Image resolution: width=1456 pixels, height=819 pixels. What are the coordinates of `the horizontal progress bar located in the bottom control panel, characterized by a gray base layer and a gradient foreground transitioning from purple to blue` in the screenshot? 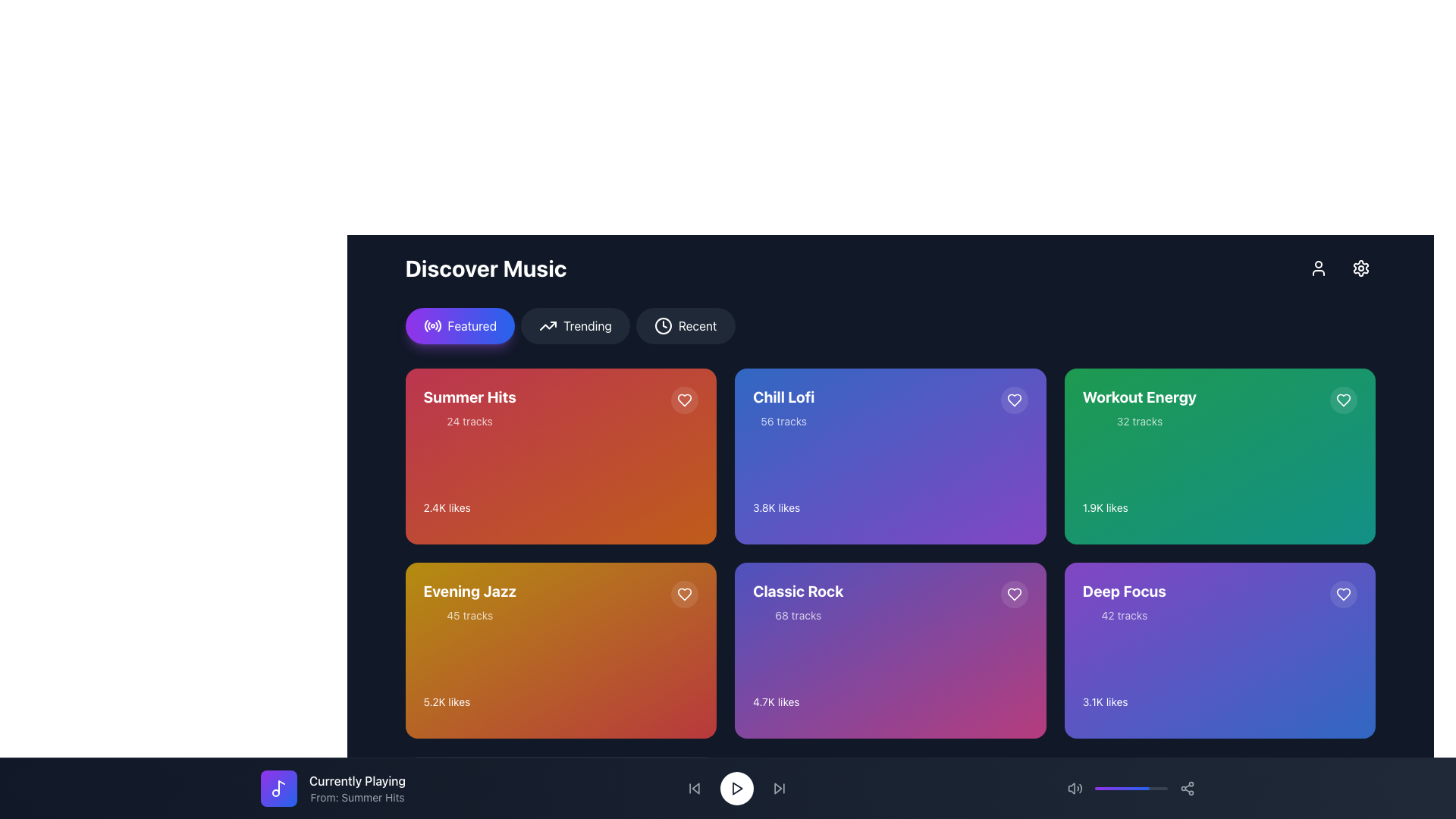 It's located at (1131, 788).